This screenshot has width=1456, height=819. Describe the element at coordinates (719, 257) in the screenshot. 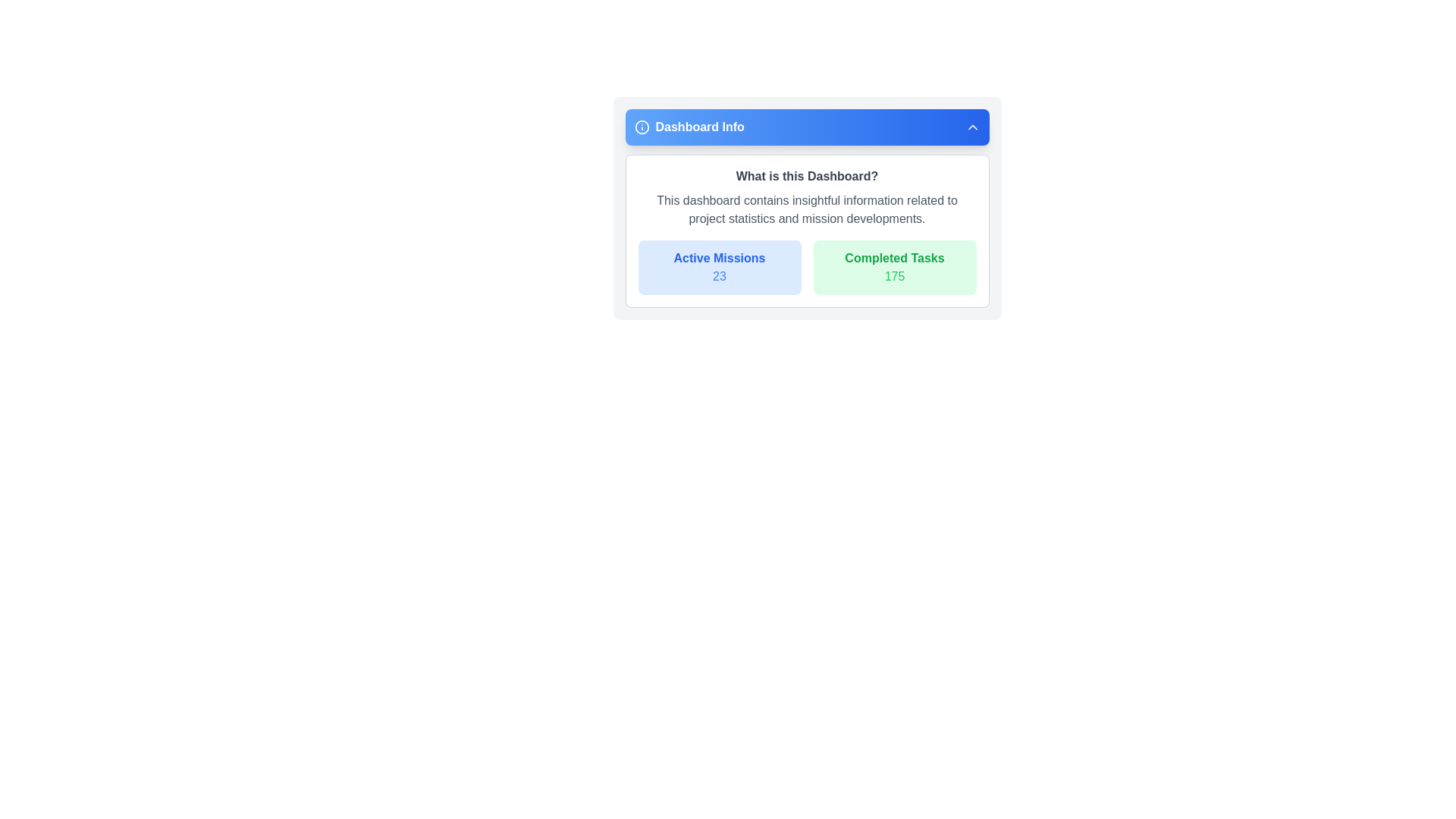

I see `the Text Label that serves as a title for the count of active missions in the dashboard, positioned above the numeric value '23'` at that location.